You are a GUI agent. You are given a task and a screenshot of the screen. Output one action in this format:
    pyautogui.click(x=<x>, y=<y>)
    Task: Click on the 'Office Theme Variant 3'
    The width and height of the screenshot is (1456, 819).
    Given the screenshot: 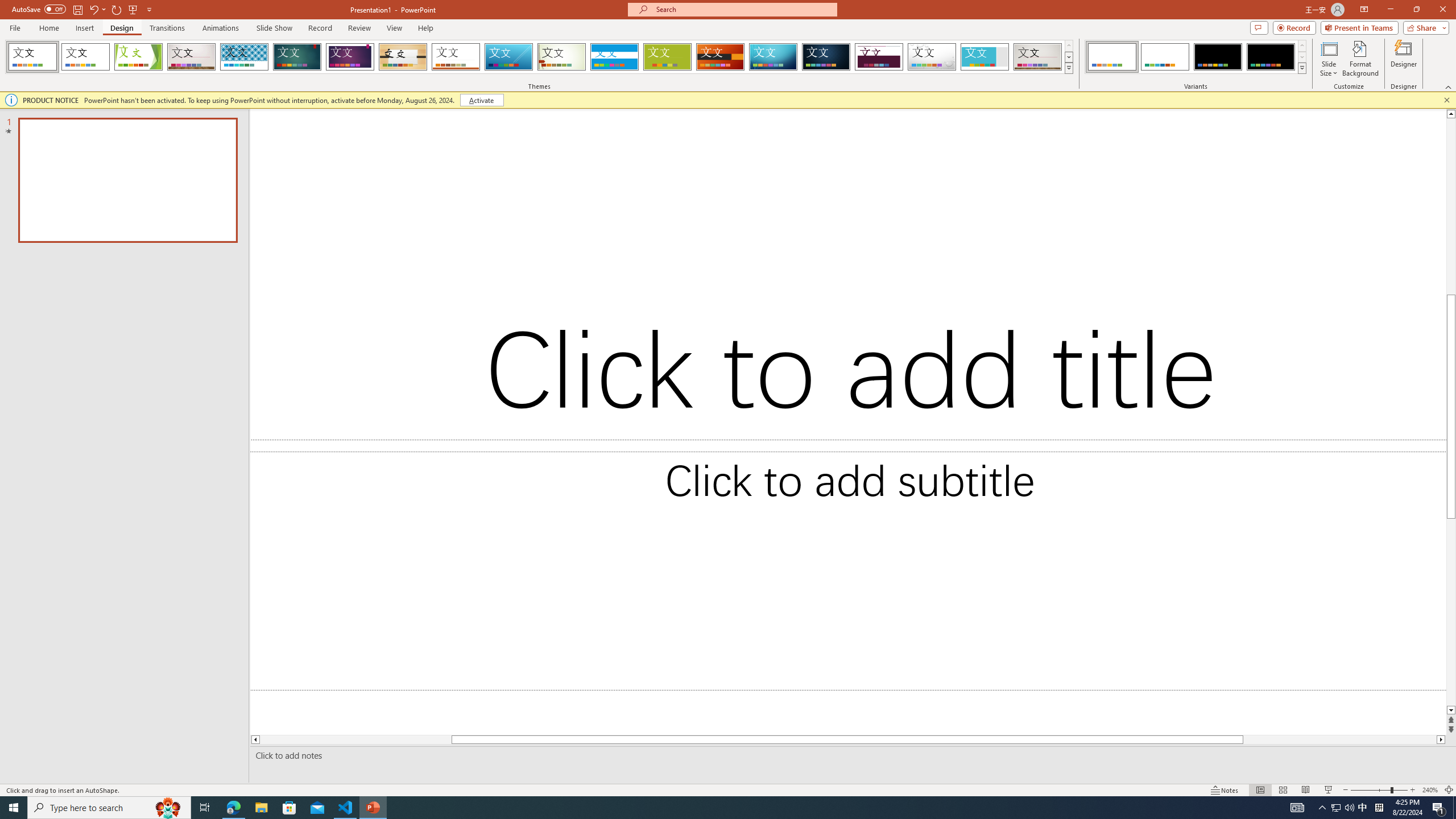 What is the action you would take?
    pyautogui.click(x=1217, y=56)
    